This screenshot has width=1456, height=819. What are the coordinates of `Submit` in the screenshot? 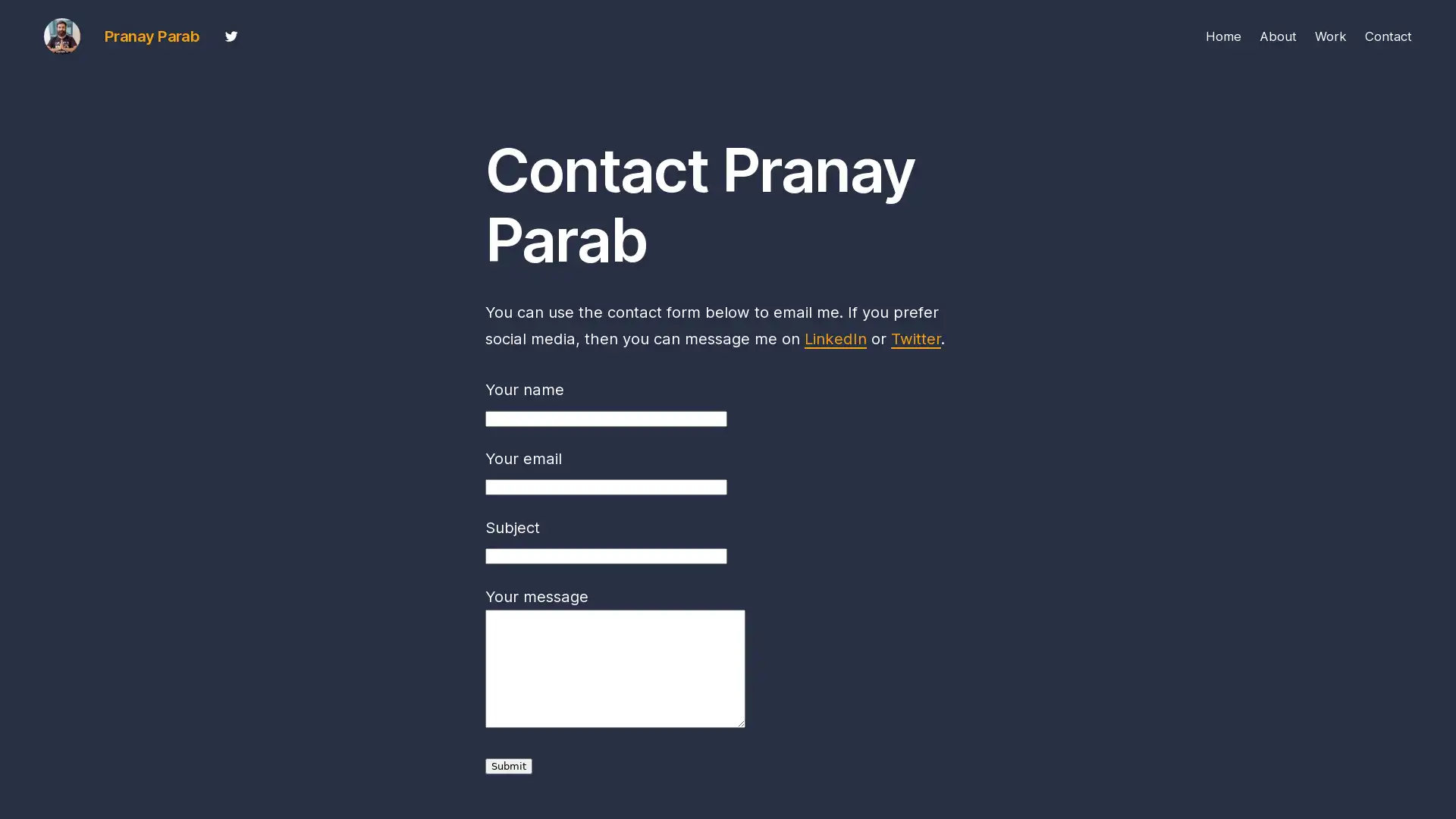 It's located at (509, 766).